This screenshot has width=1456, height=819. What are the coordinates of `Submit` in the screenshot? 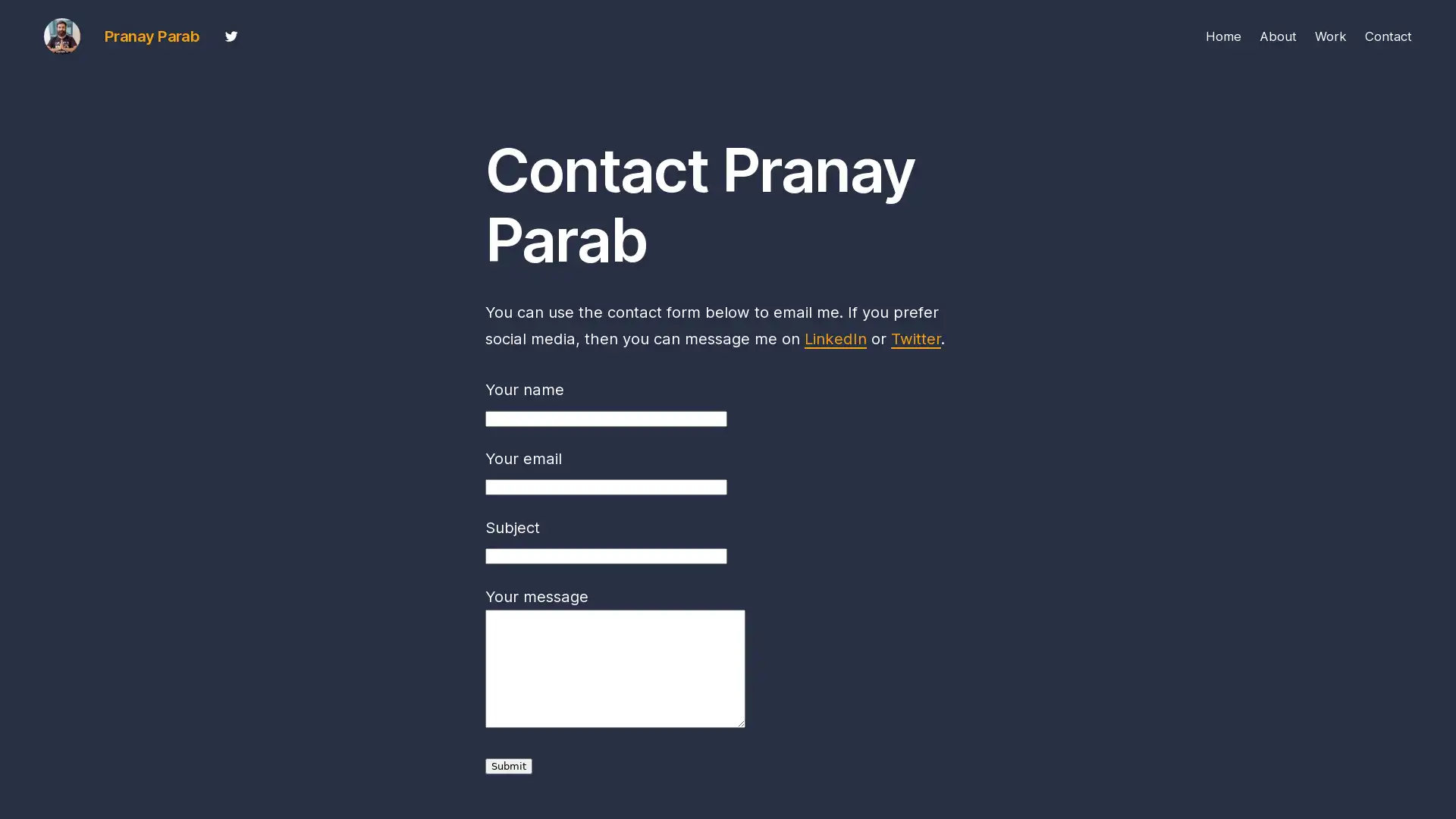 It's located at (509, 766).